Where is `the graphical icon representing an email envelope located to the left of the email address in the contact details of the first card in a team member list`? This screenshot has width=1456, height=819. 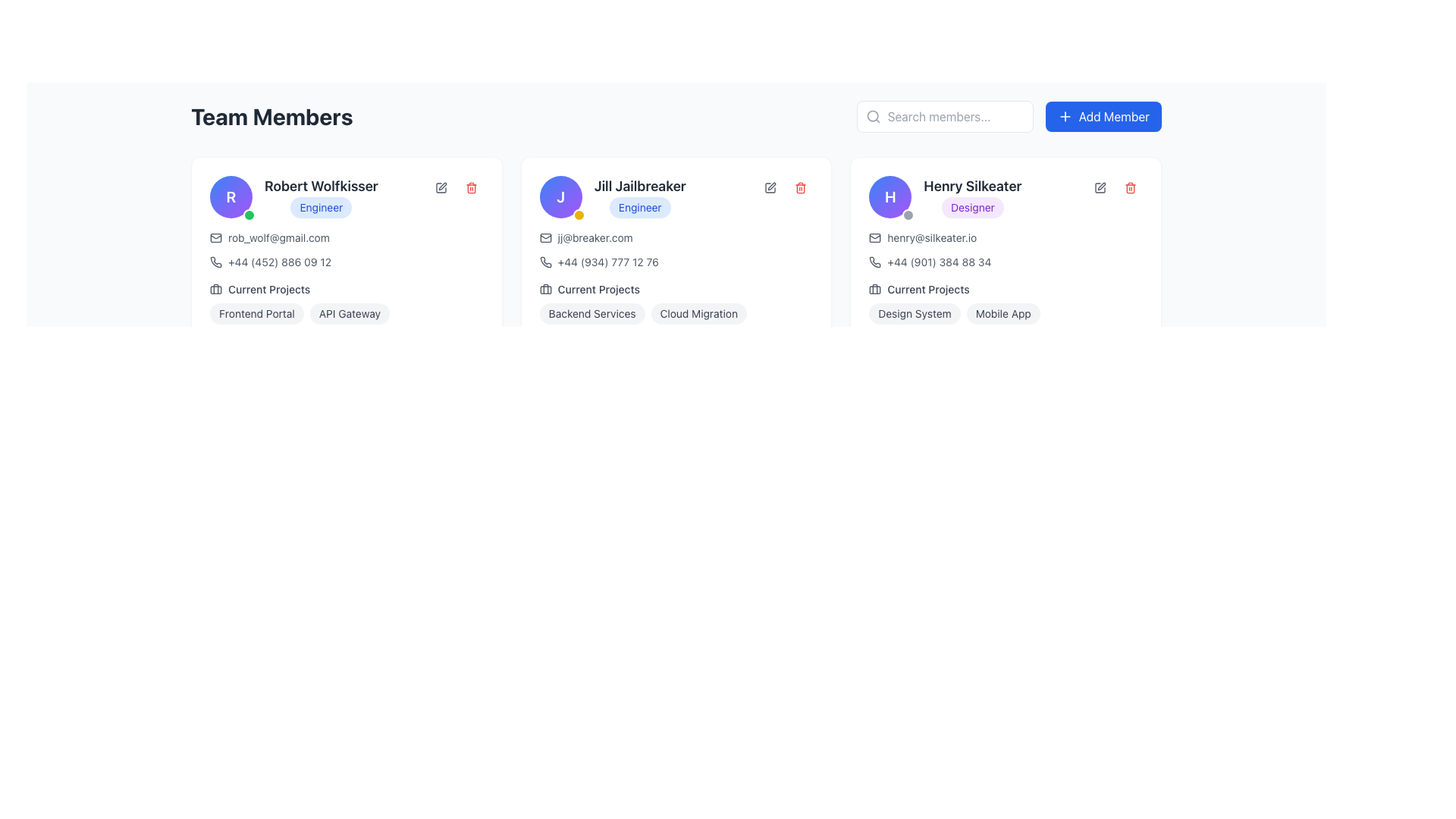
the graphical icon representing an email envelope located to the left of the email address in the contact details of the first card in a team member list is located at coordinates (215, 237).